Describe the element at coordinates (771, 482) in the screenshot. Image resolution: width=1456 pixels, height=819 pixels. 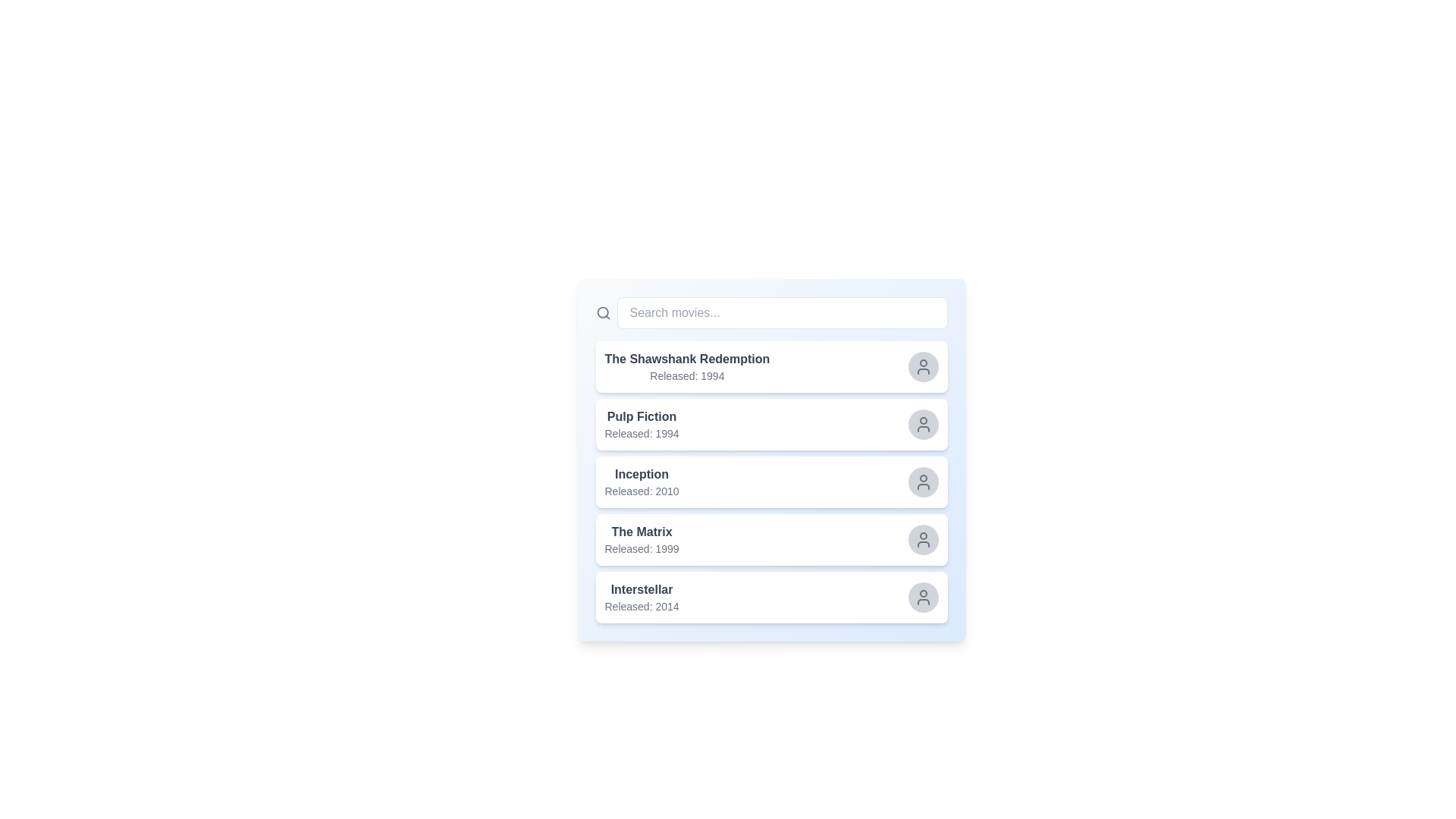
I see `the Informational card displaying the title and release year of the movie 'Inception', which is the third card in the movie catalog list` at that location.